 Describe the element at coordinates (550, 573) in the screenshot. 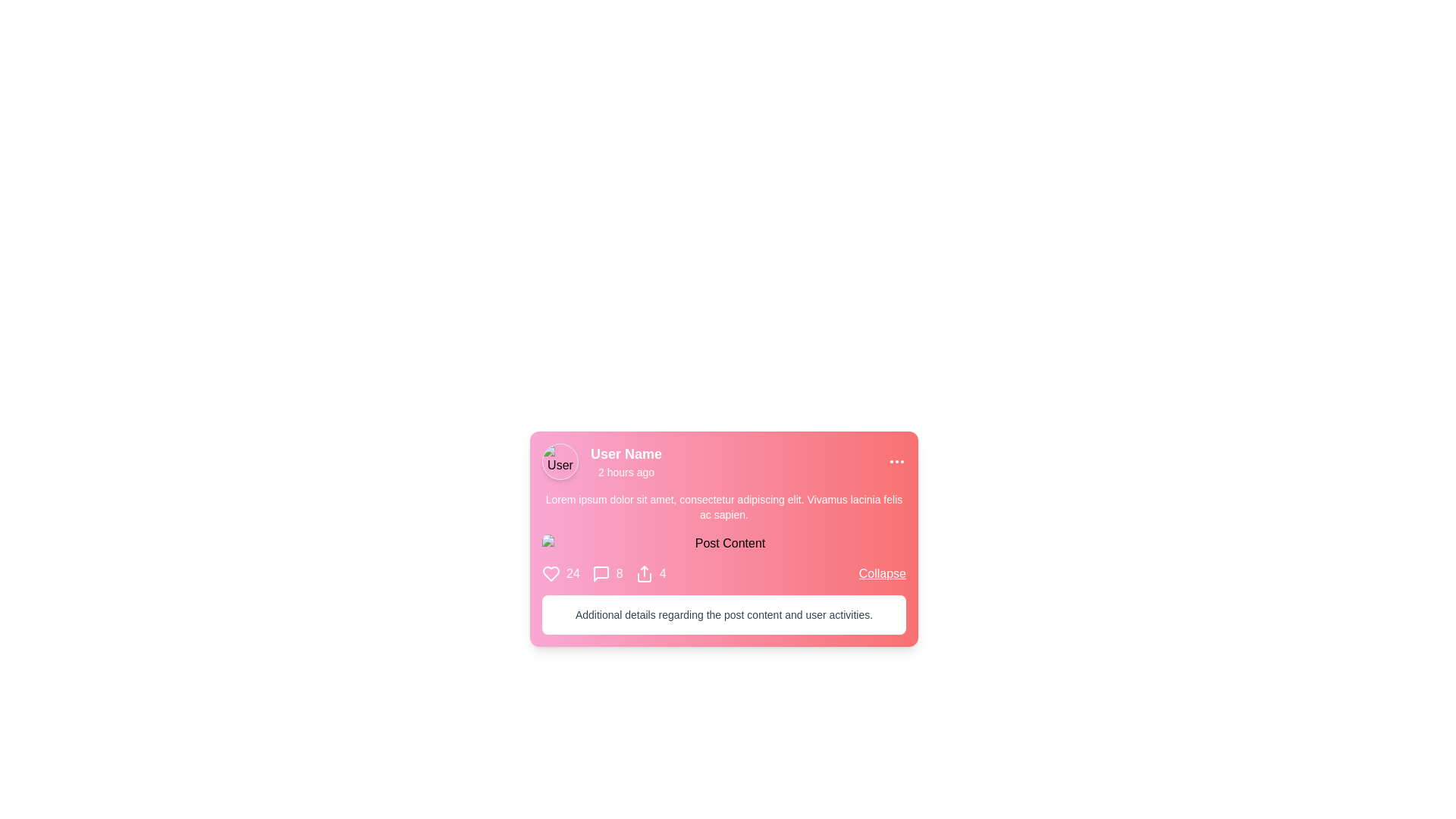

I see `the heart icon button located in the lower-left quadrant of the post card` at that location.